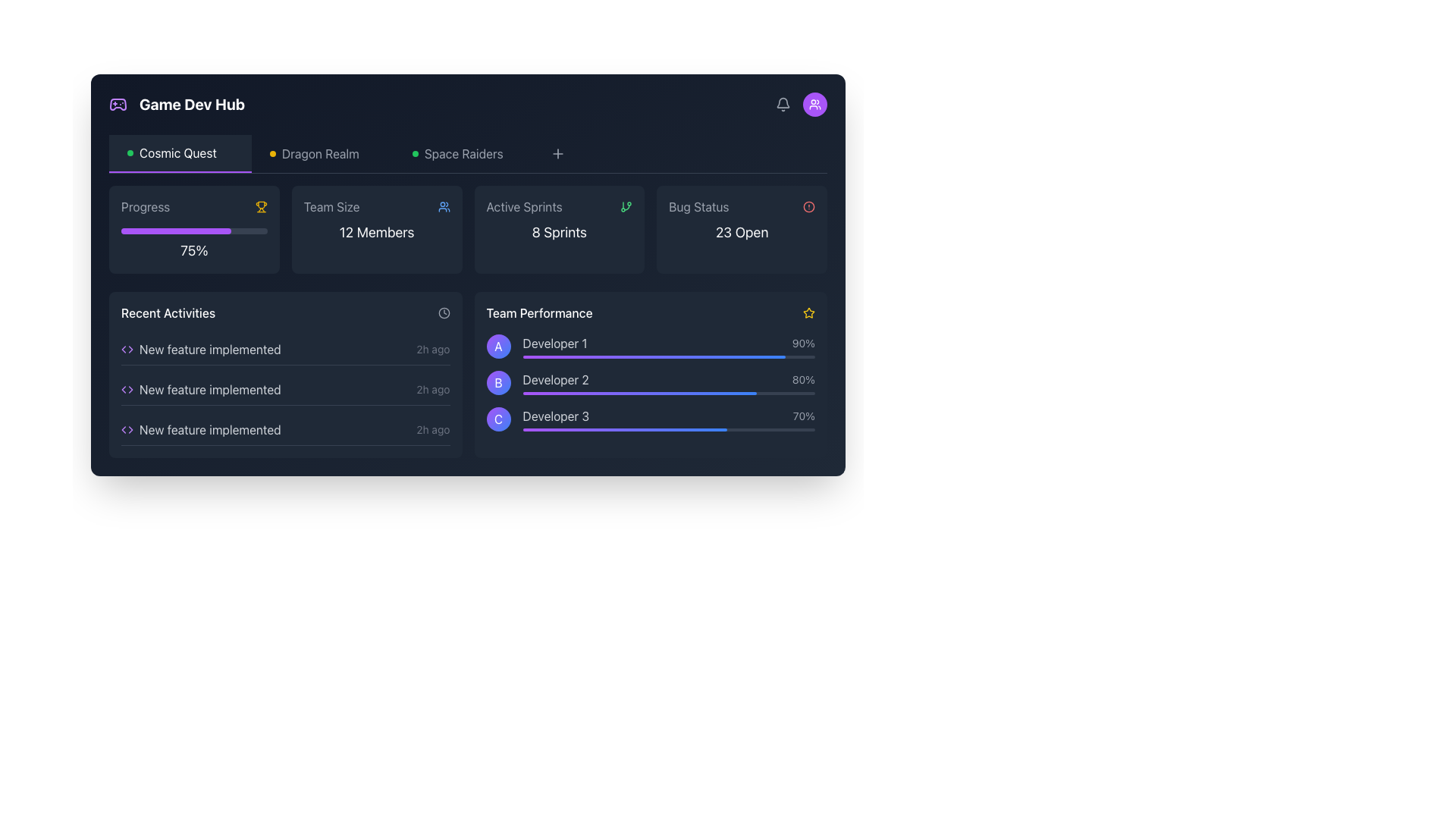 This screenshot has height=819, width=1456. I want to click on the second entry in the 'Recent Activities' section, so click(285, 389).